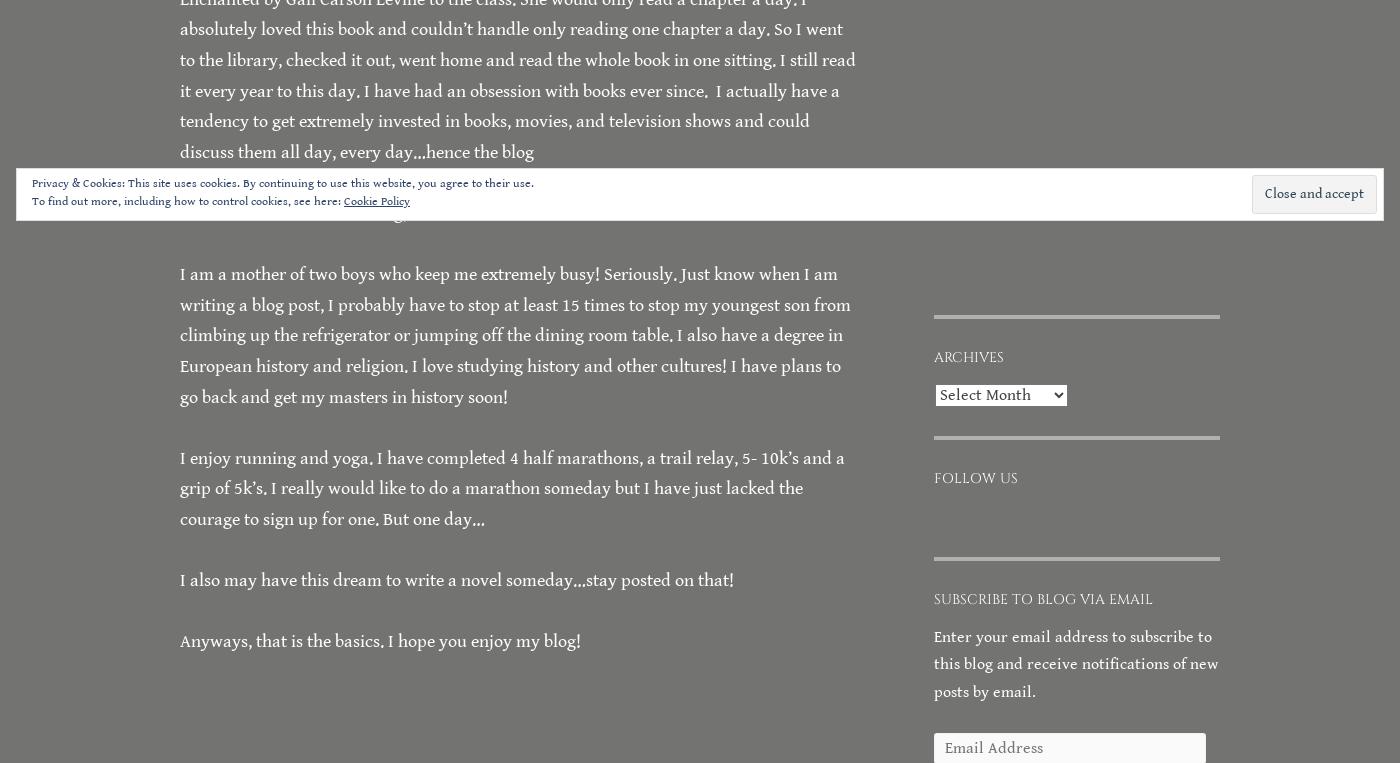 The height and width of the screenshot is (763, 1400). What do you see at coordinates (968, 355) in the screenshot?
I see `'Archives'` at bounding box center [968, 355].